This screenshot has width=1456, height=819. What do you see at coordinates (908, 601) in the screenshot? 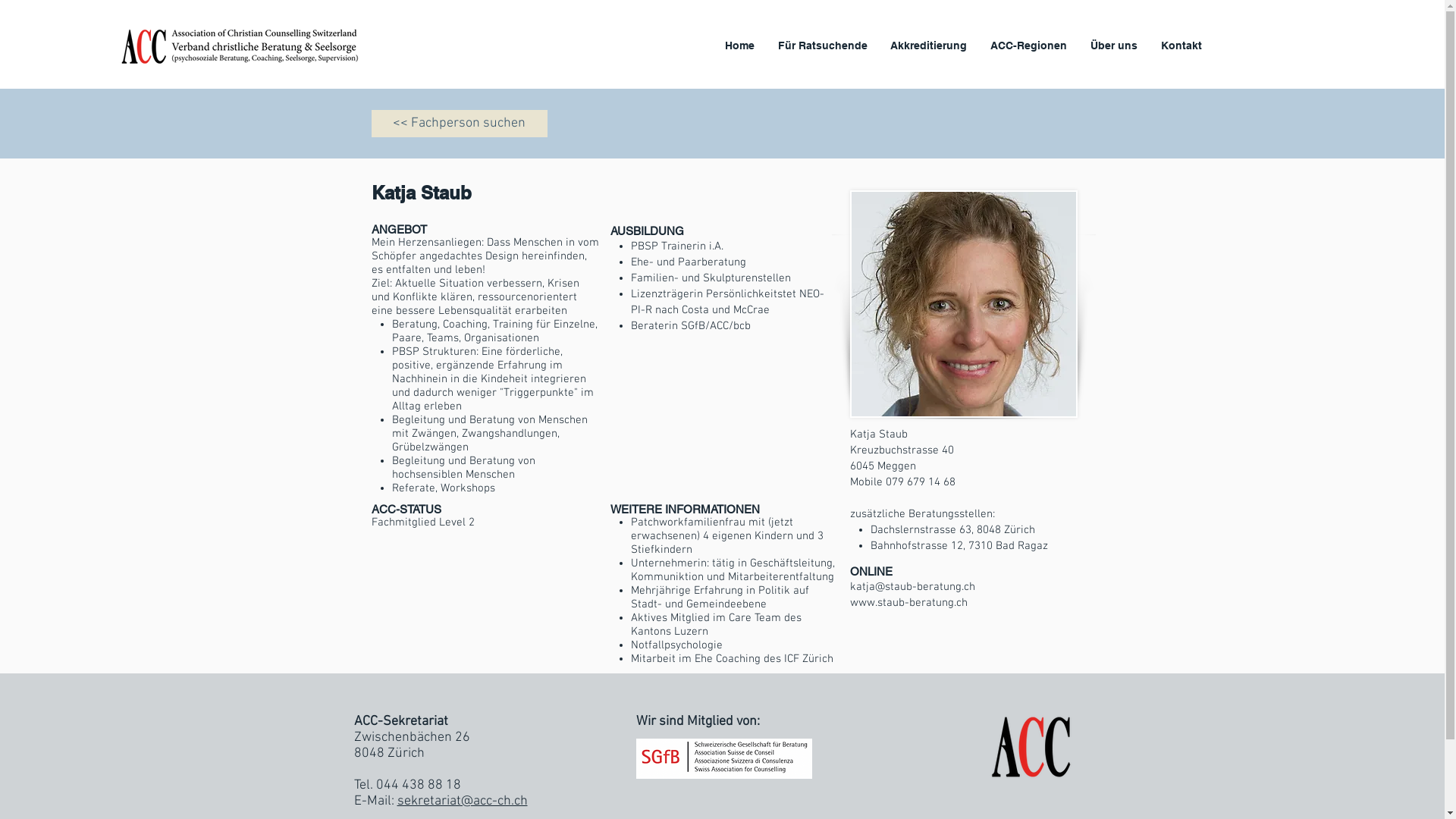
I see `'www.staub-beratung.ch'` at bounding box center [908, 601].